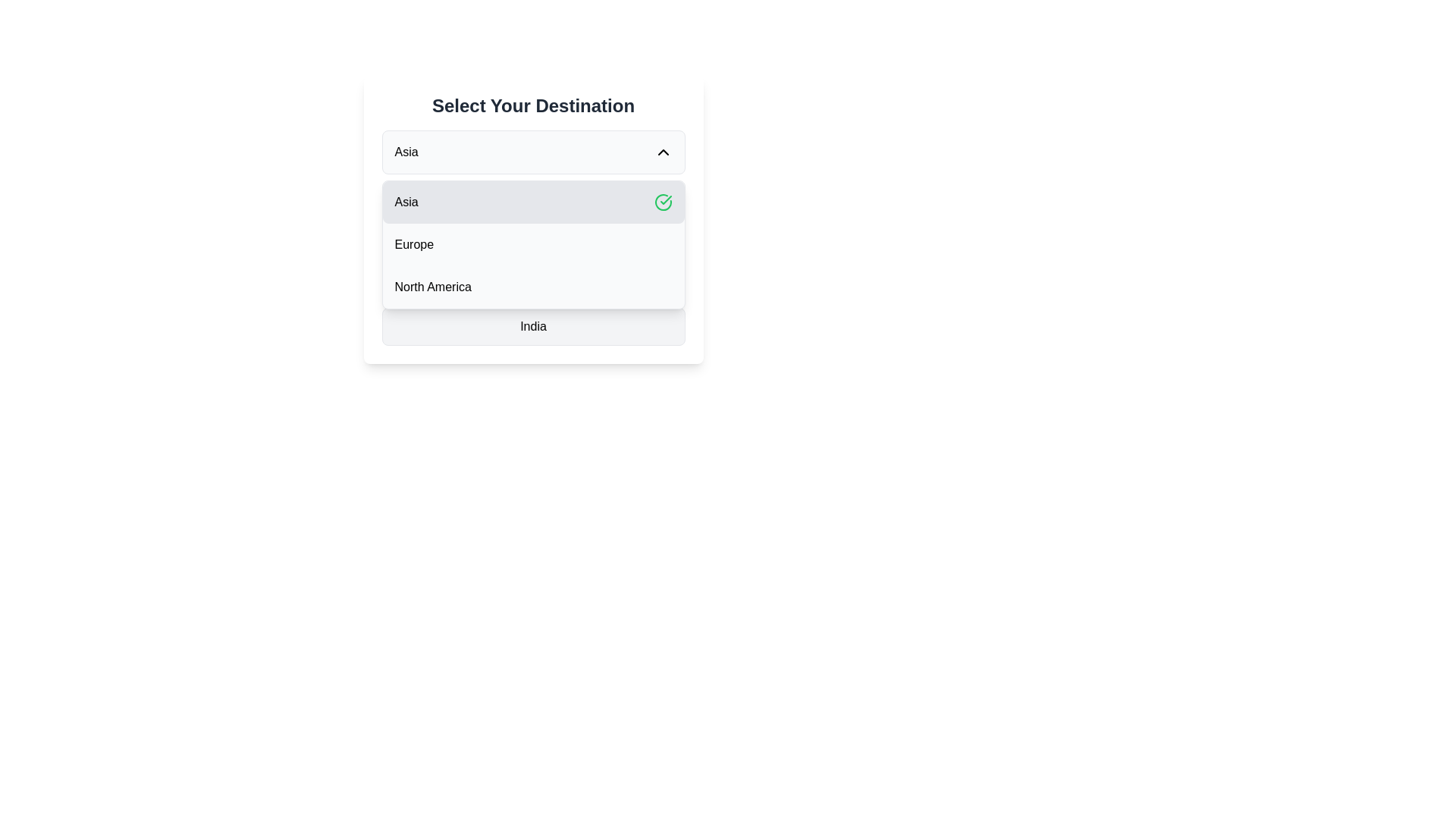 The width and height of the screenshot is (1456, 819). Describe the element at coordinates (533, 244) in the screenshot. I see `the second item in the dropdown menu that represents 'Europe', which is located below 'Asia' and above 'North America'` at that location.